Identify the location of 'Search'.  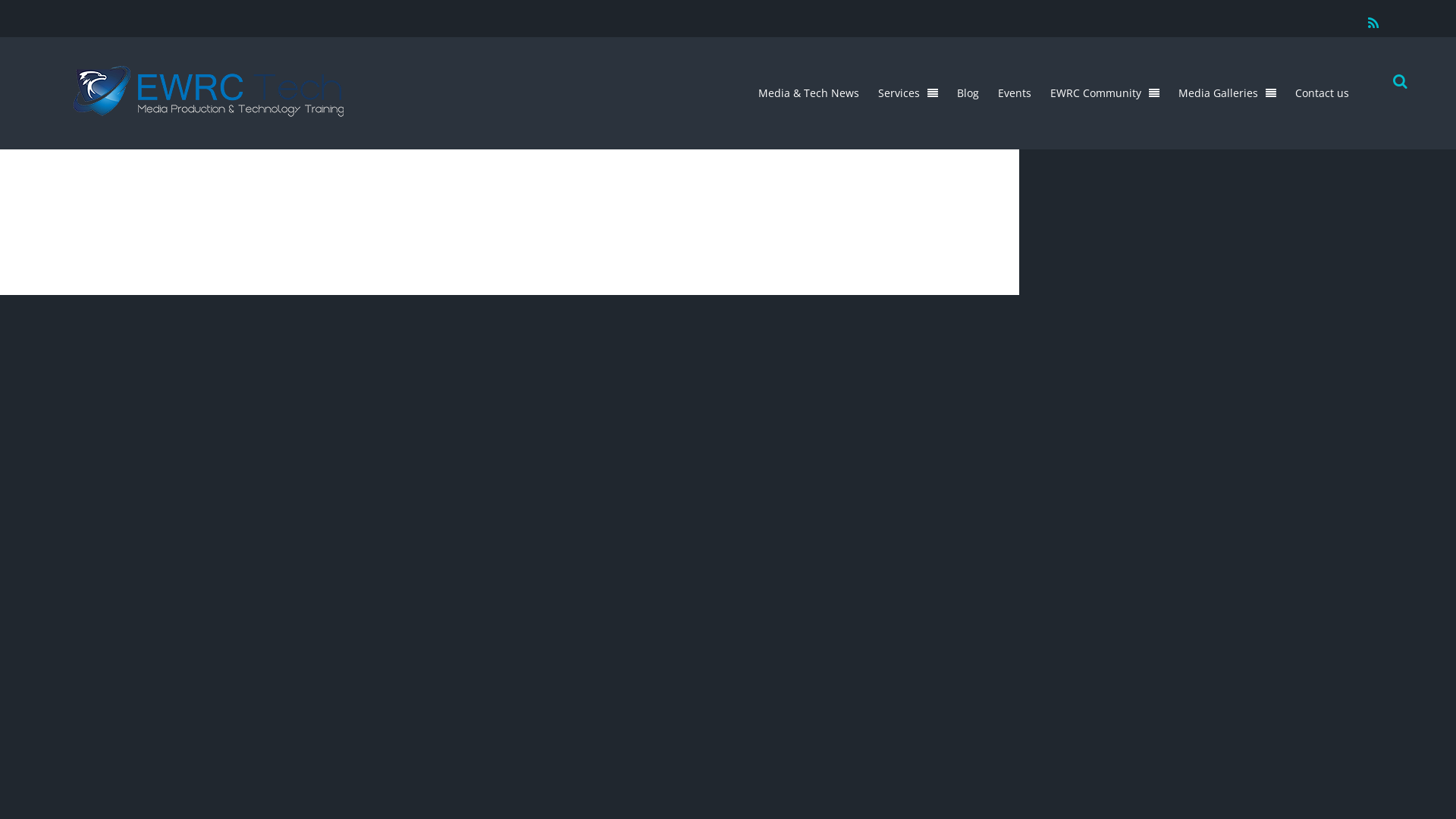
(1396, 82).